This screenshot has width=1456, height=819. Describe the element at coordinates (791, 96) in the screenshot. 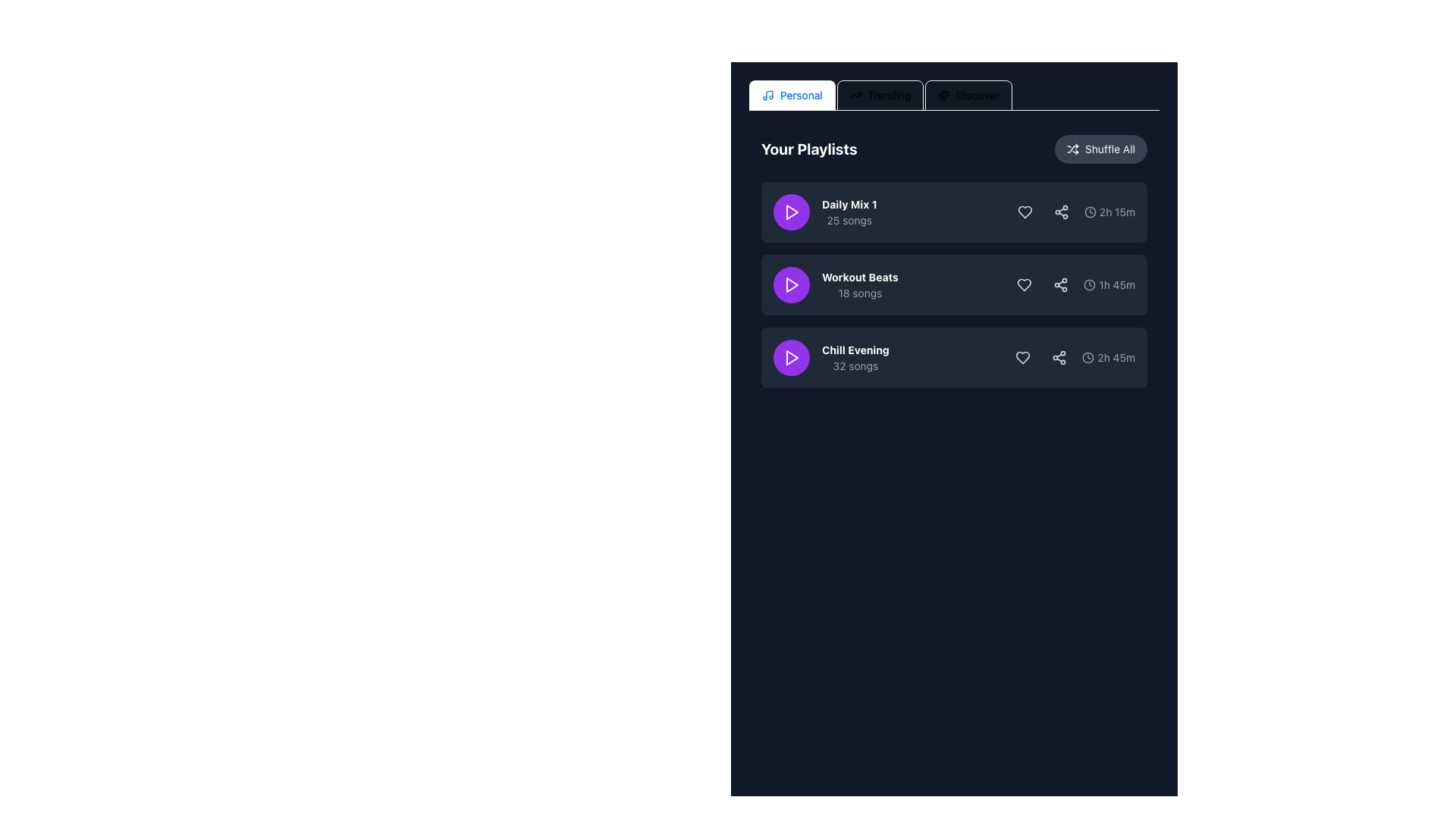

I see `the 'Personal' tab located at the upper part of the page, which is the first among three horizontally aligned tabs` at that location.